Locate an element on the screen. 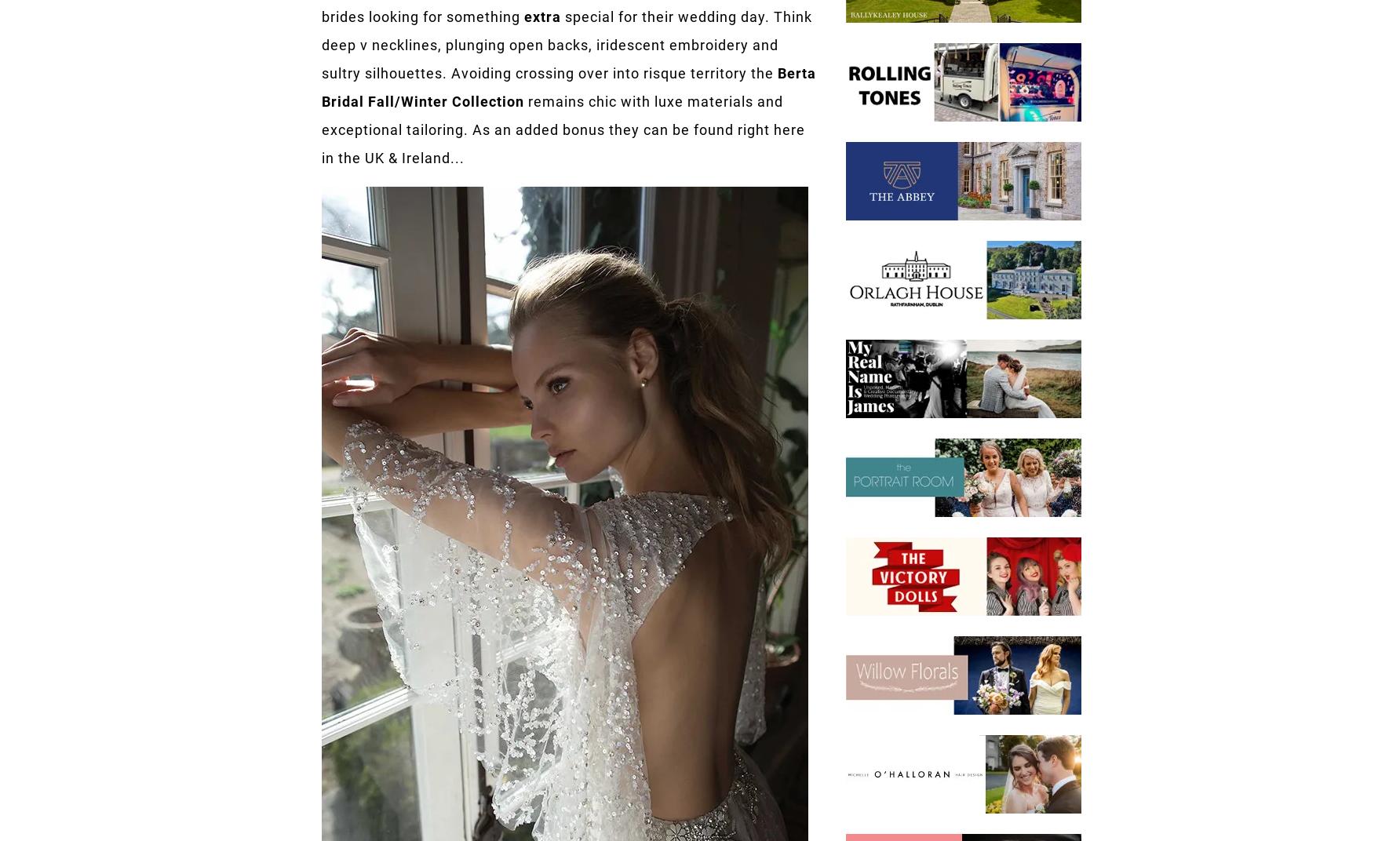  '64K' is located at coordinates (513, 438).